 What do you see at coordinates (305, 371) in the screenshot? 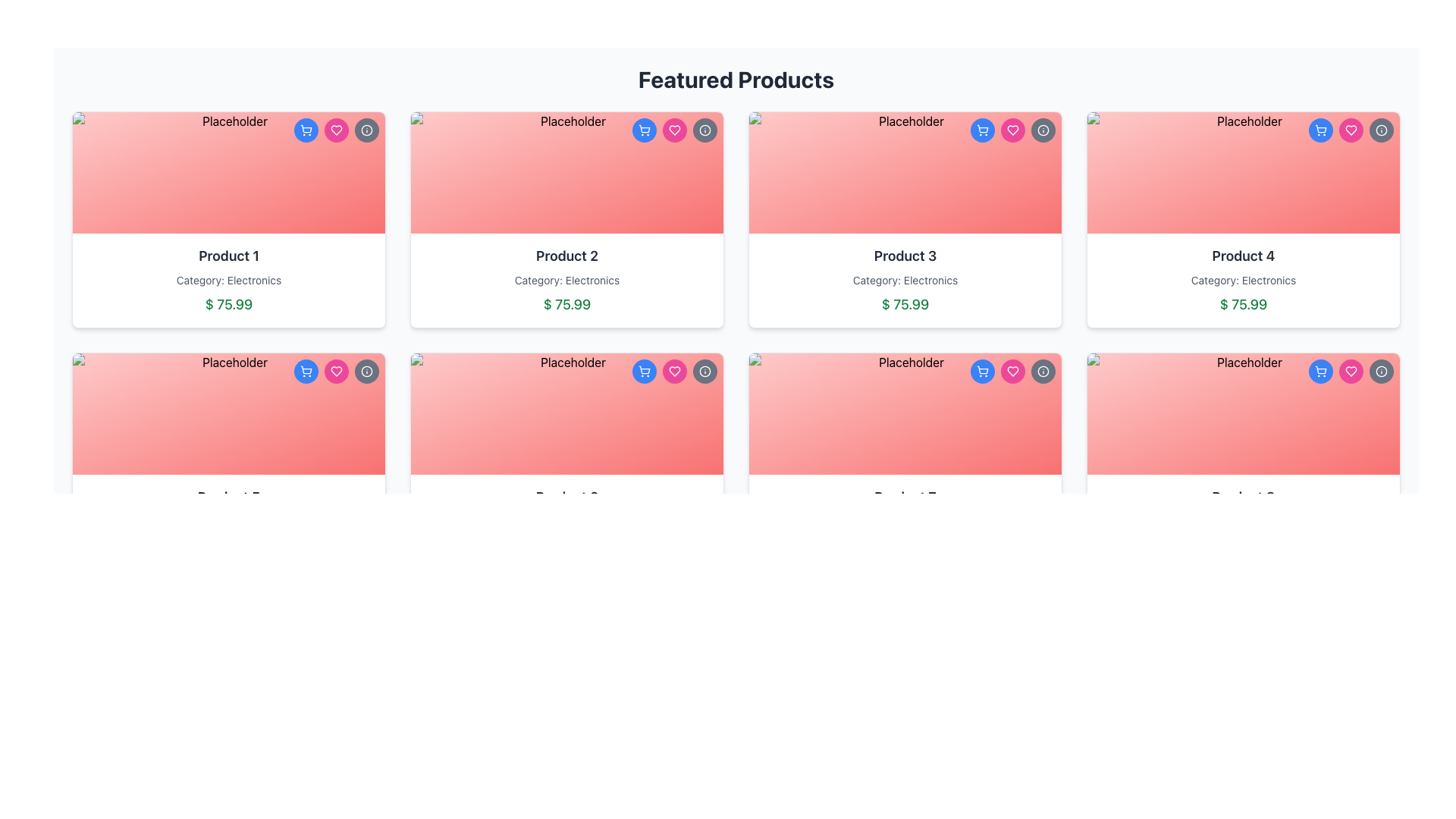
I see `the shopping cart icon button located in the top-right corner of the 'Product 1' card` at bounding box center [305, 371].